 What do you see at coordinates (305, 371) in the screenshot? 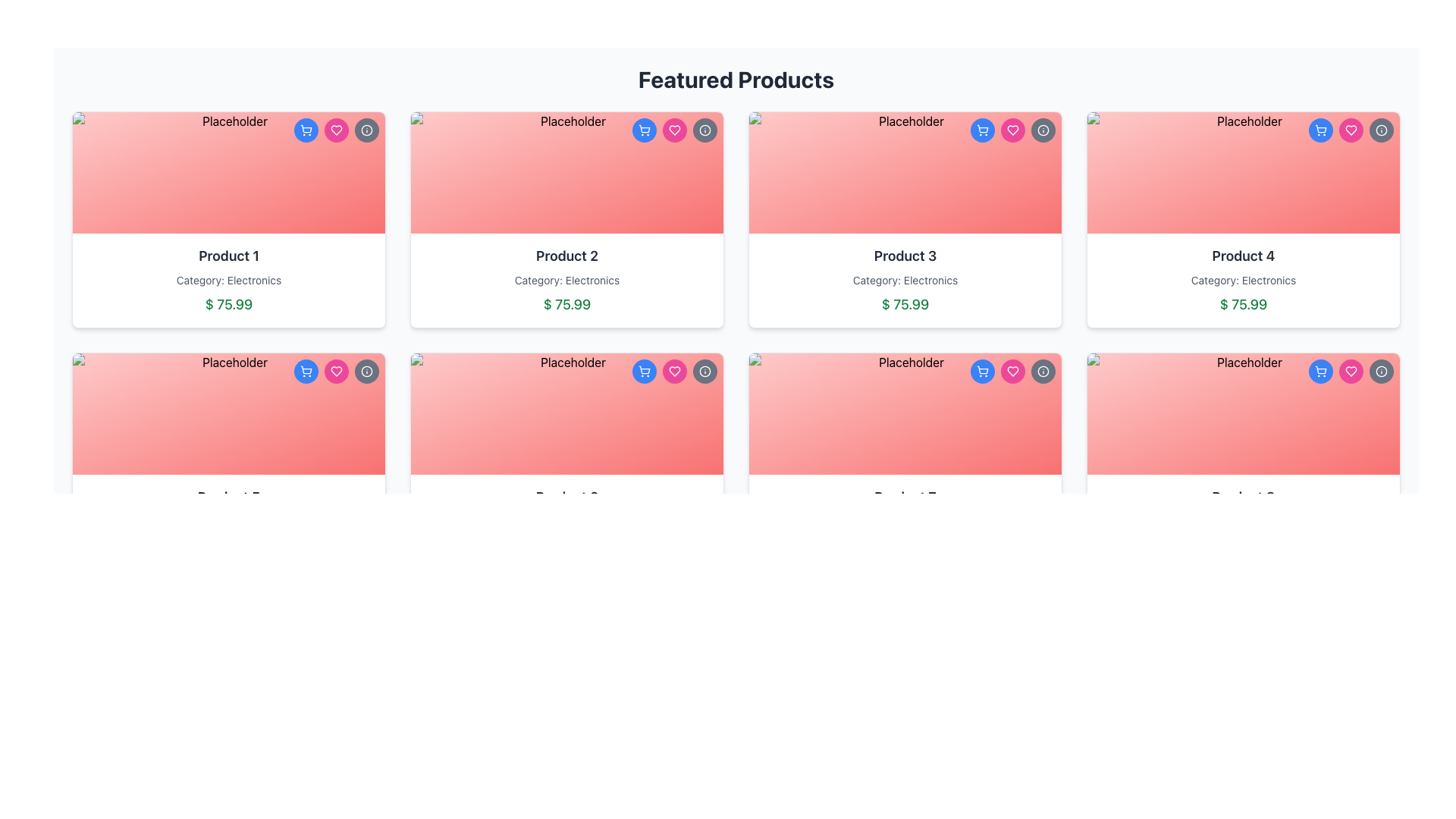
I see `the shopping cart icon button located in the top-right corner of the 'Product 1' card` at bounding box center [305, 371].